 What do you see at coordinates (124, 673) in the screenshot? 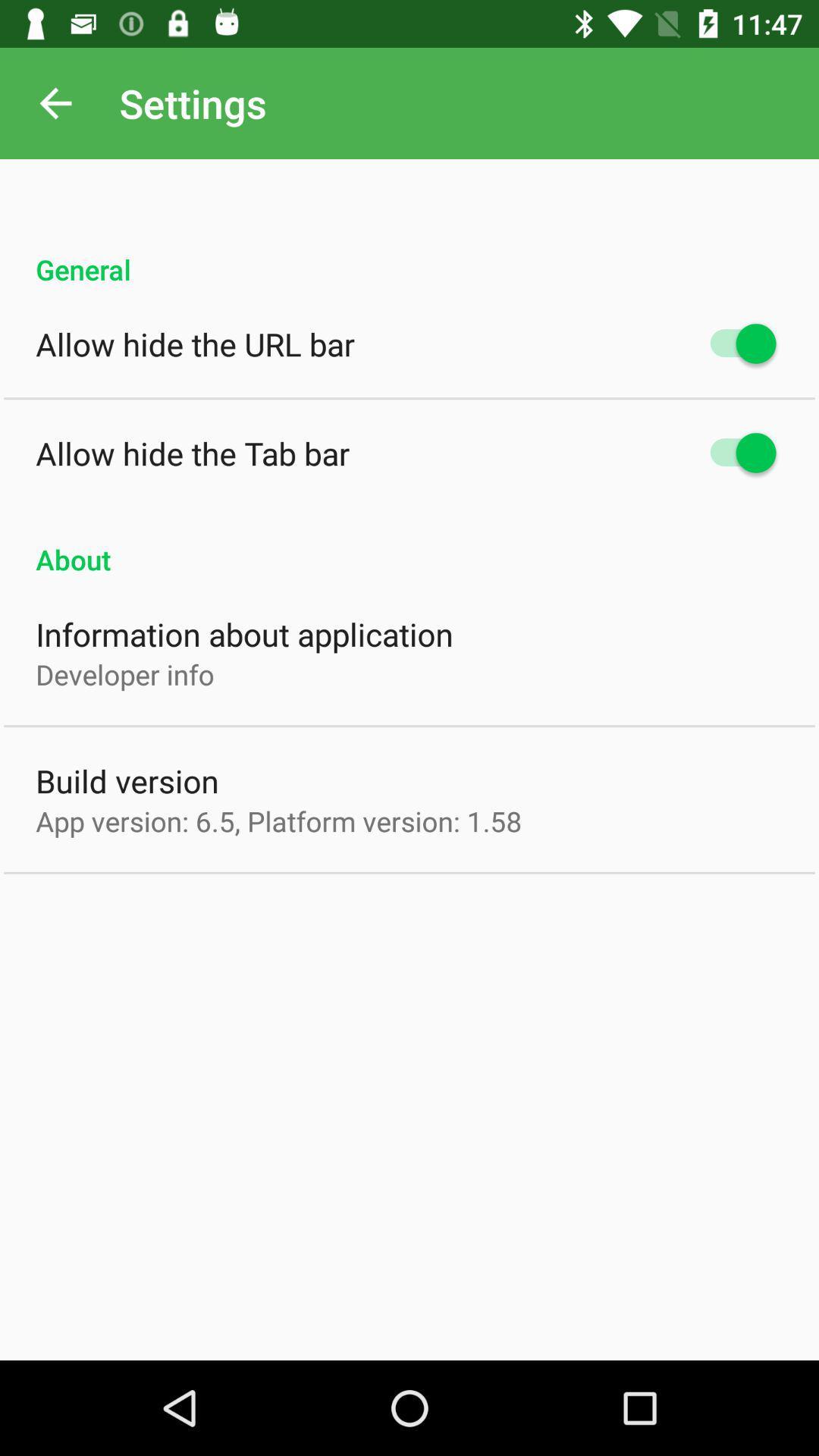
I see `the developer info icon` at bounding box center [124, 673].